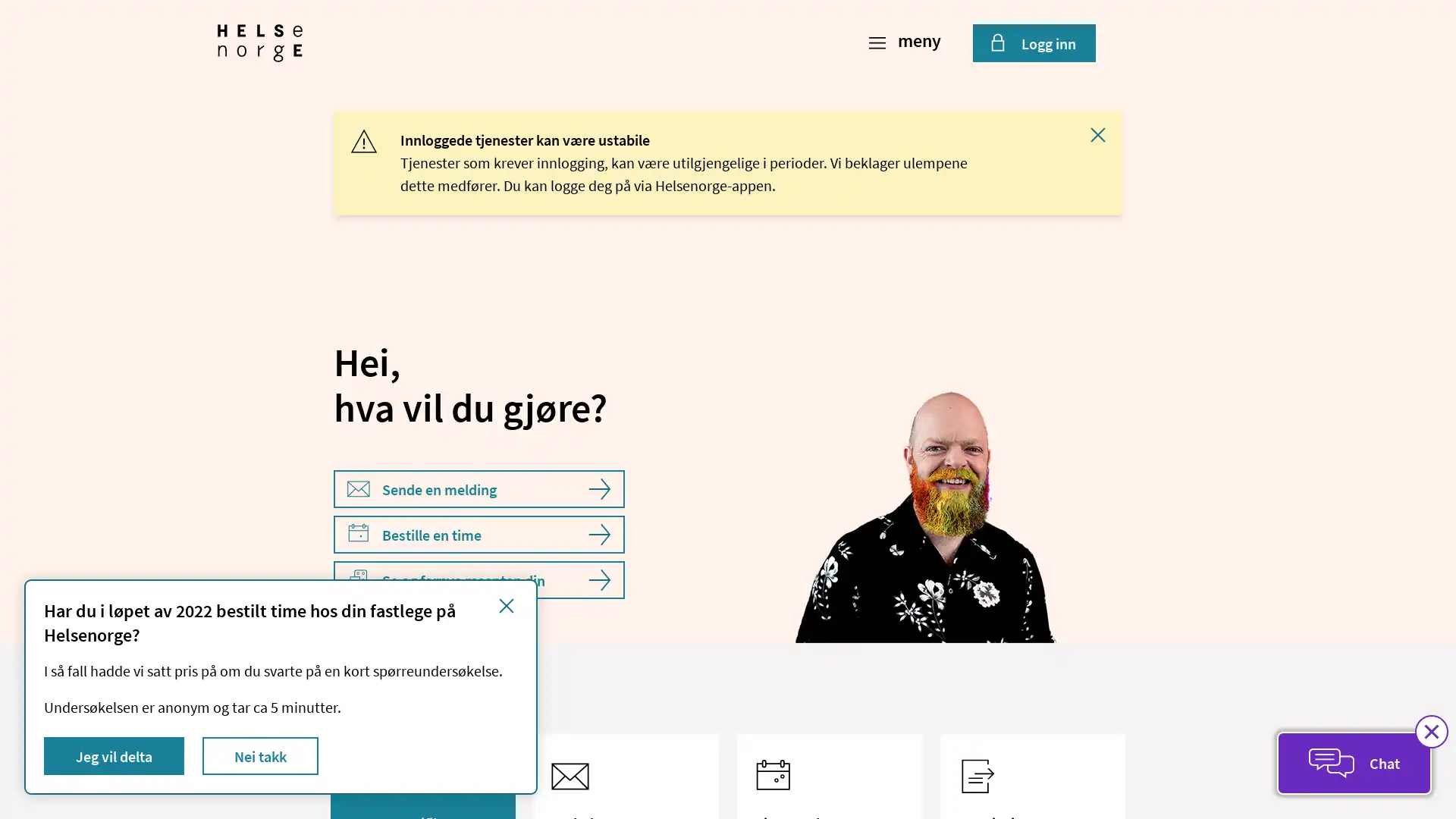  What do you see at coordinates (1354, 763) in the screenshot?
I see `Chat` at bounding box center [1354, 763].